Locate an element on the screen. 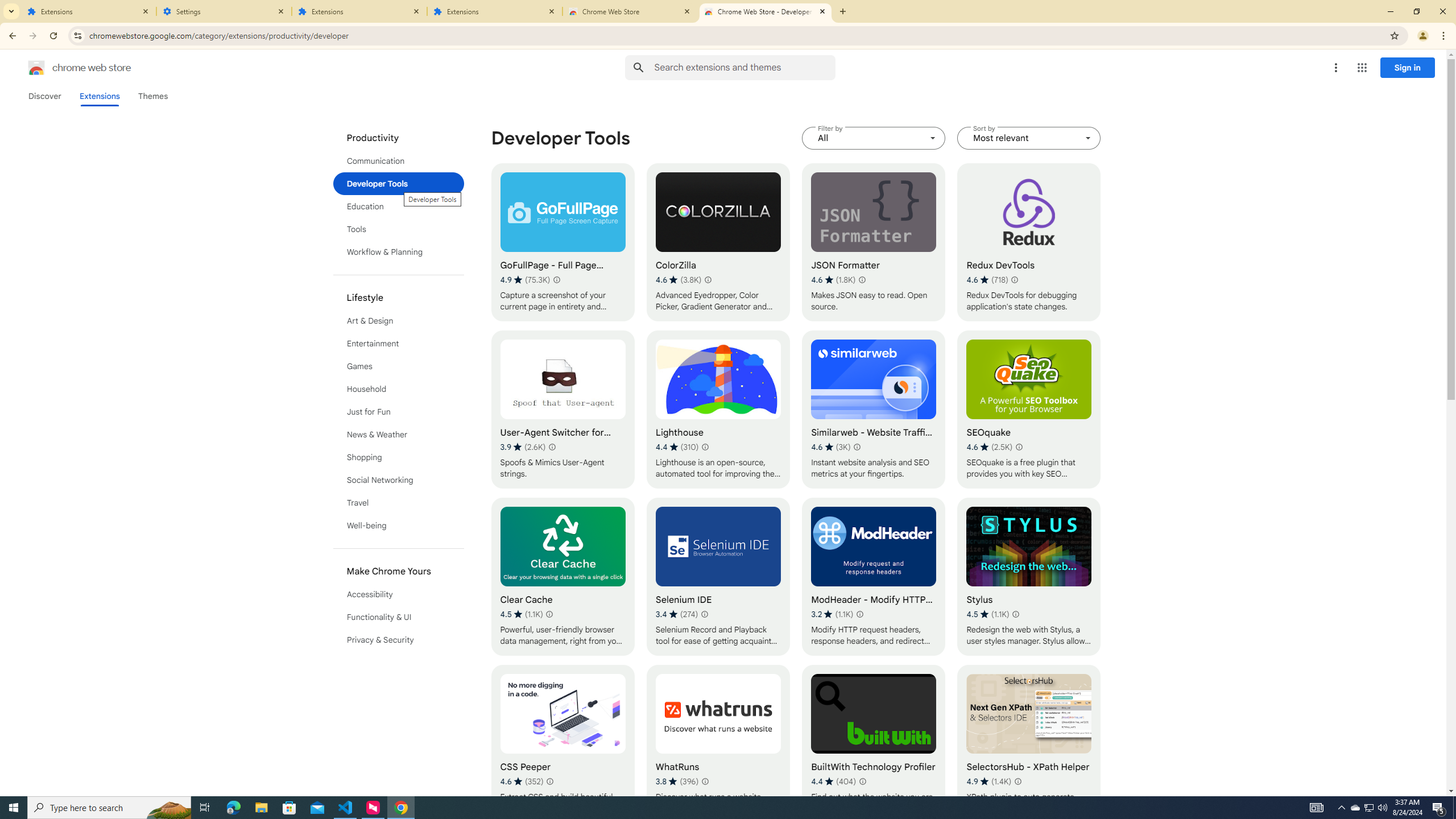 The width and height of the screenshot is (1456, 819). 'Stylus' is located at coordinates (1028, 577).